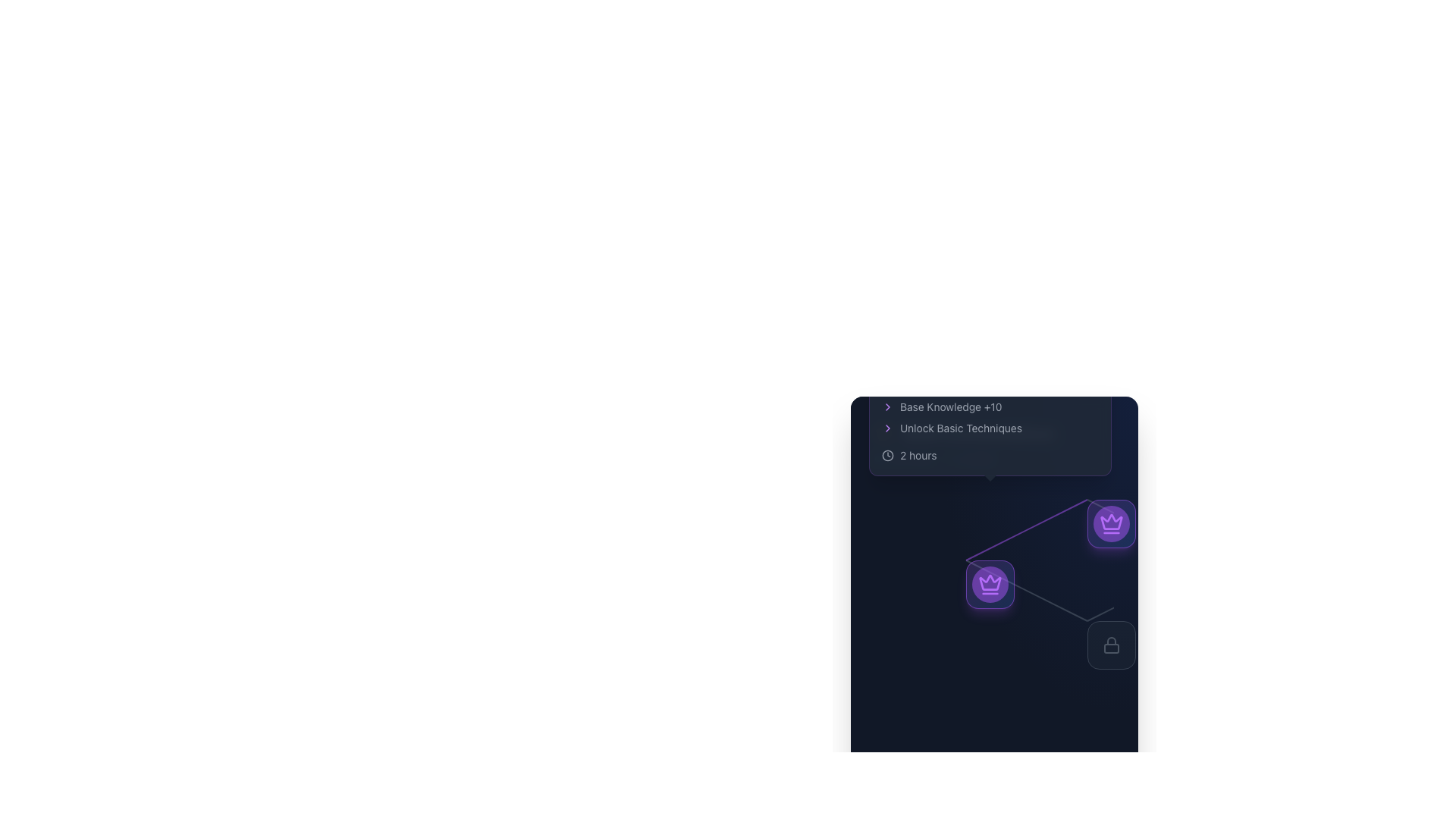 This screenshot has height=819, width=1456. I want to click on the small square icon with a dark background and a lock symbol, located in the bottom-right corner of the layout, so click(1111, 645).